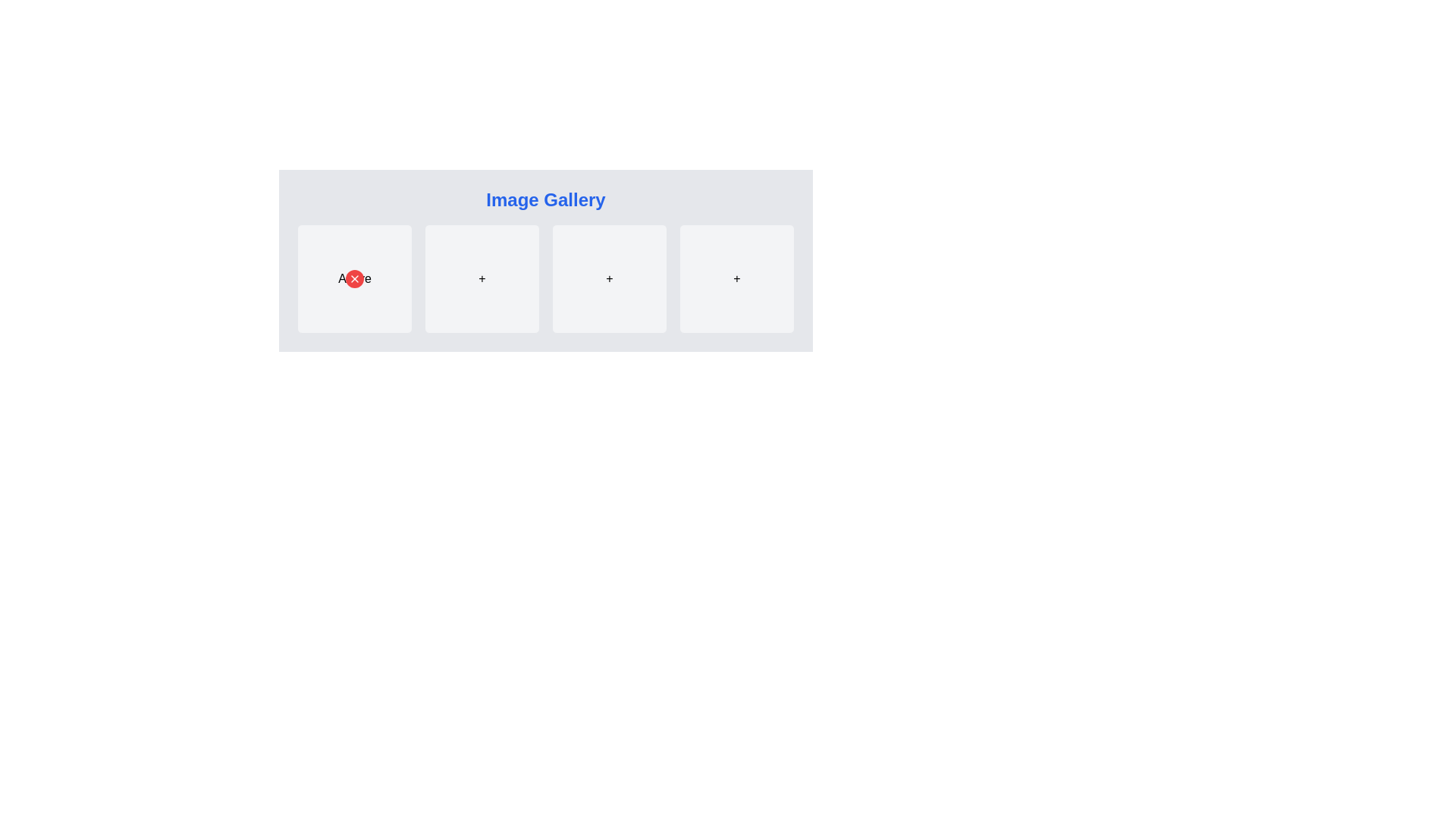 The image size is (1456, 819). I want to click on the fourth tile in the grid layout labeled 'Image Gallery', so click(736, 278).